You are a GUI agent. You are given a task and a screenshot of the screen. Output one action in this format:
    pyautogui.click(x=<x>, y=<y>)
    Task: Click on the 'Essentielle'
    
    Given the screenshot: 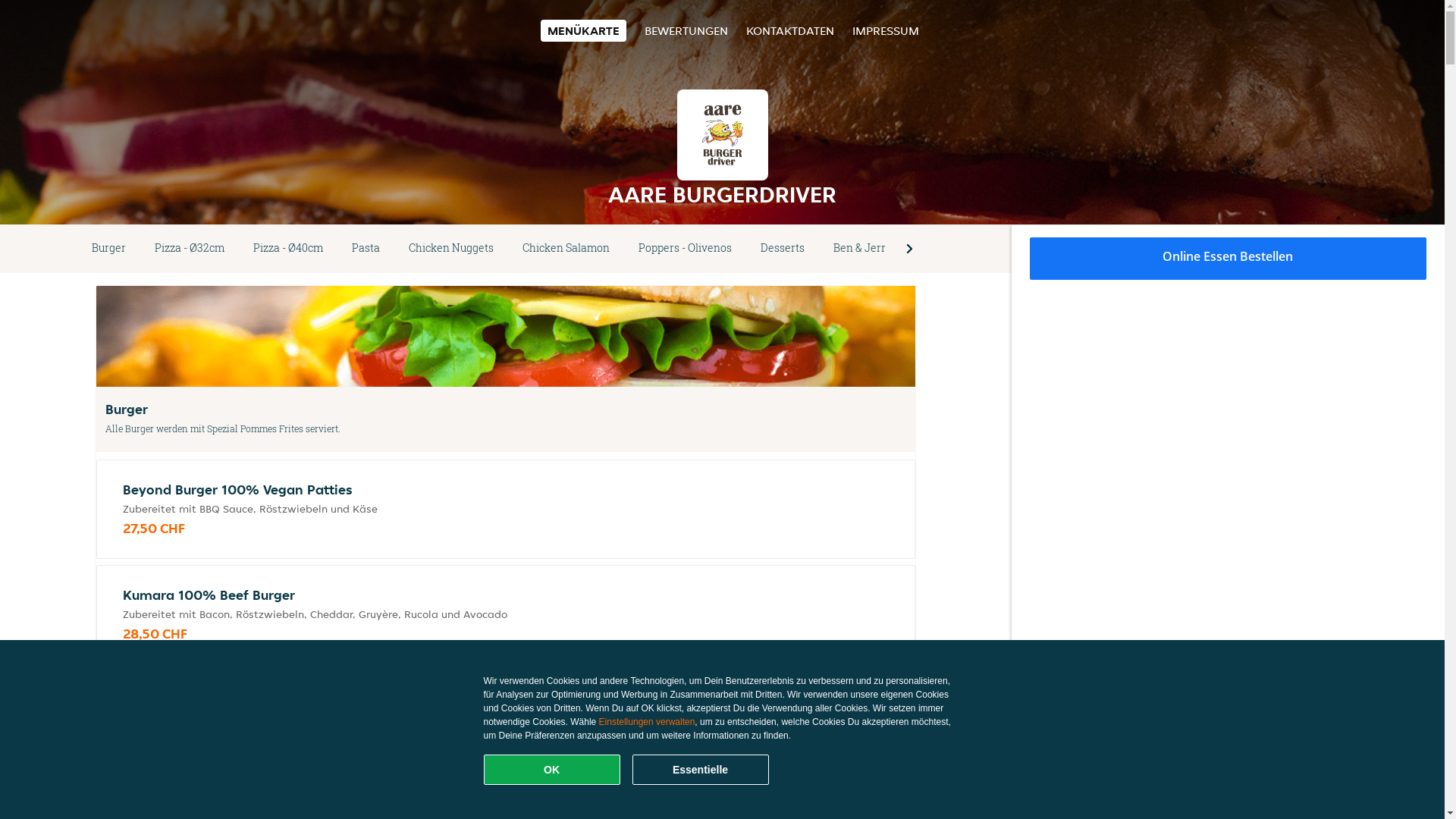 What is the action you would take?
    pyautogui.click(x=632, y=769)
    